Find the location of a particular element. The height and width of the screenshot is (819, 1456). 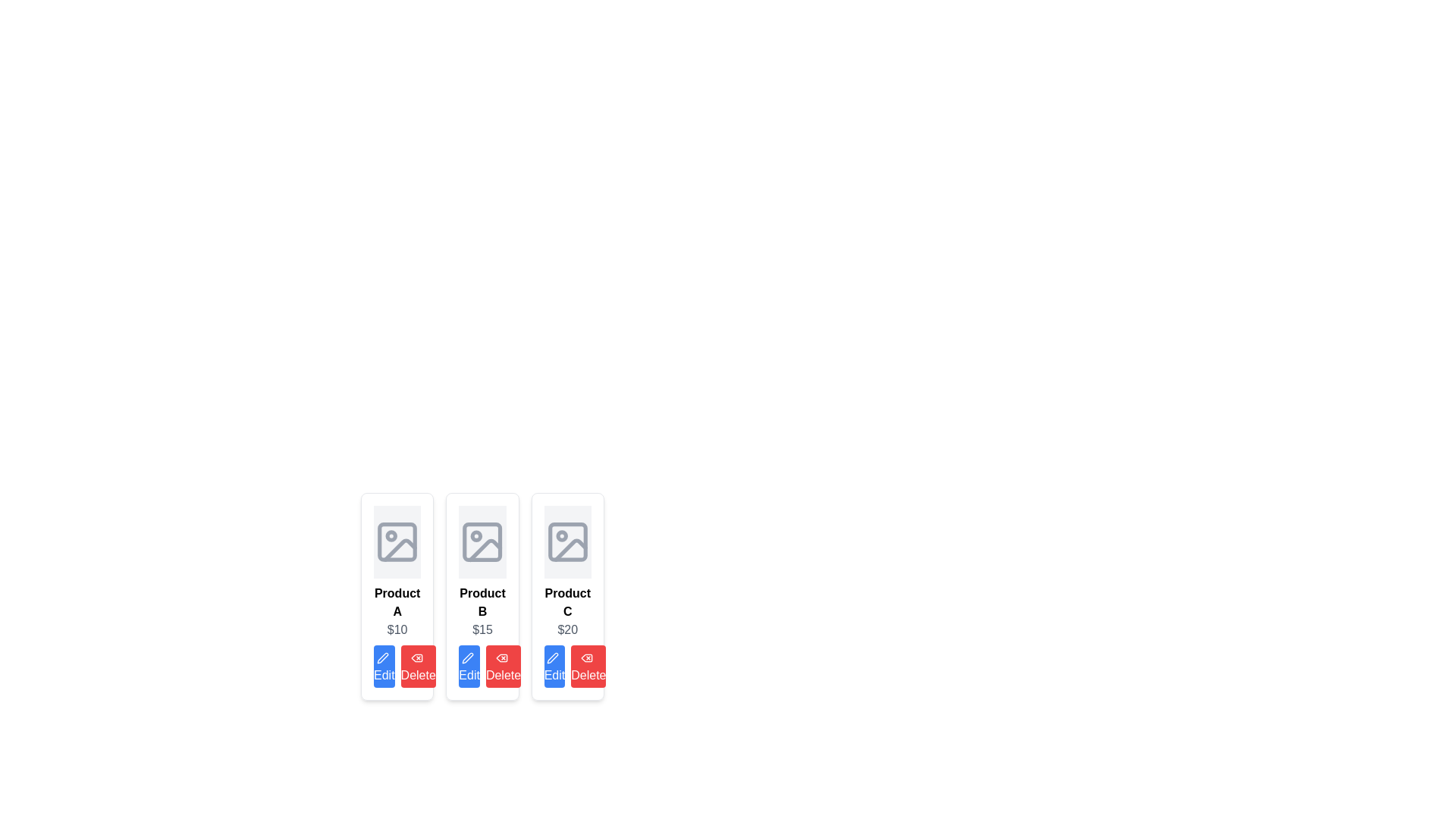

the SVG graphic representing the image placeholder in the third card from the left, titled 'Product C' is located at coordinates (566, 541).